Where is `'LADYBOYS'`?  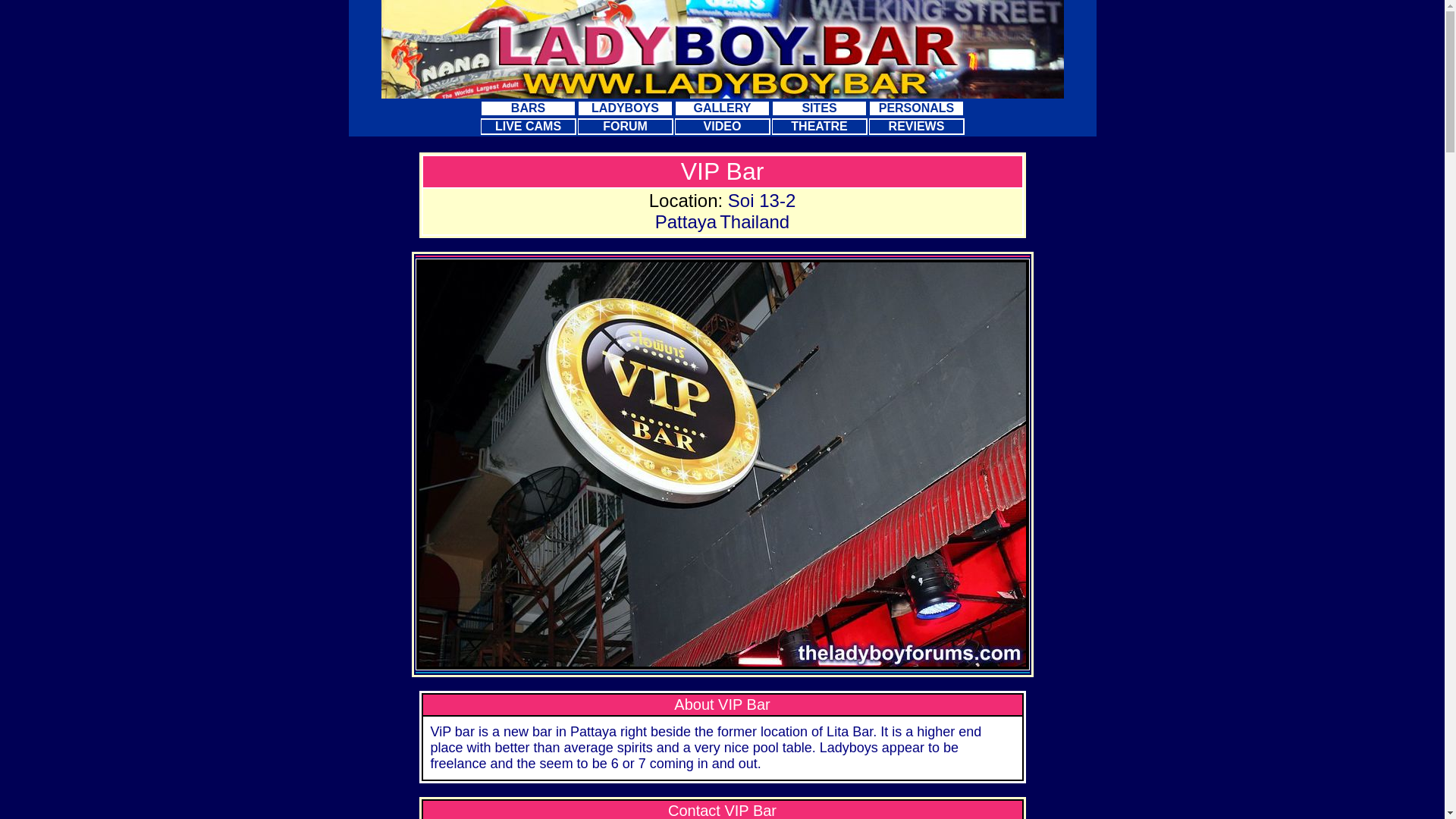
'LADYBOYS' is located at coordinates (625, 107).